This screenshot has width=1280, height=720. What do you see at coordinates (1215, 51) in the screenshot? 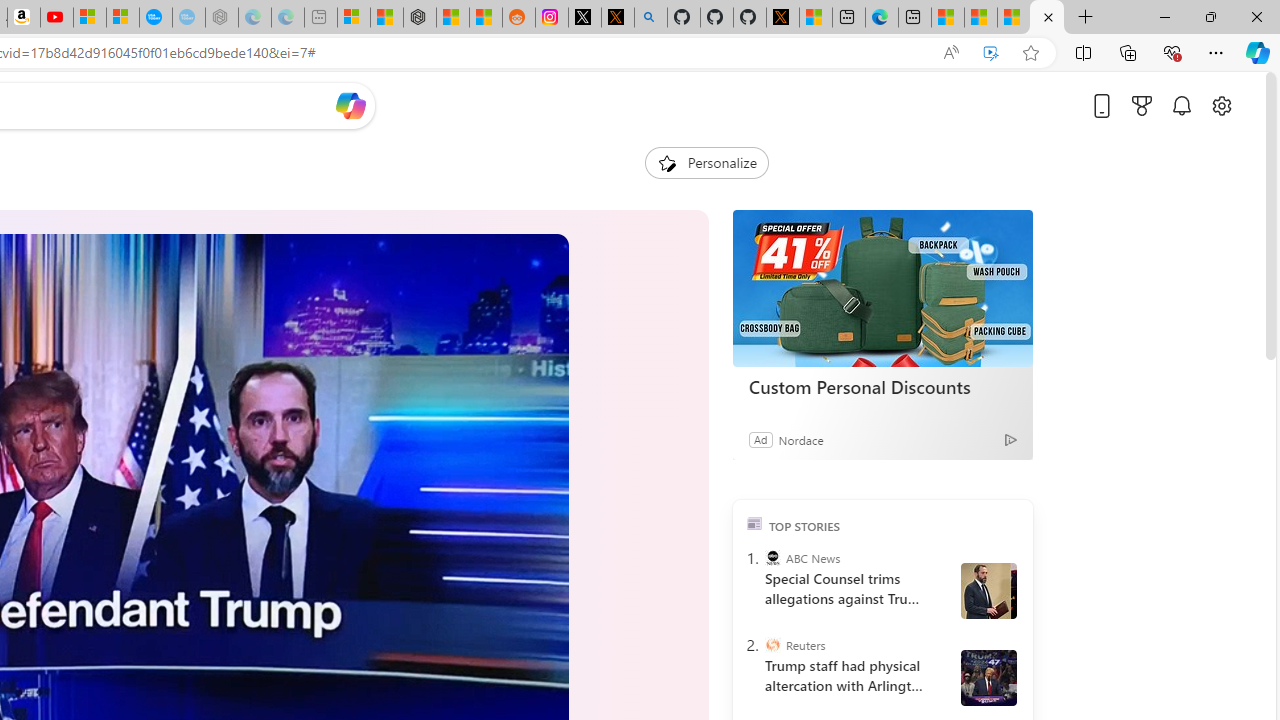
I see `'Settings and more (Alt+F)'` at bounding box center [1215, 51].